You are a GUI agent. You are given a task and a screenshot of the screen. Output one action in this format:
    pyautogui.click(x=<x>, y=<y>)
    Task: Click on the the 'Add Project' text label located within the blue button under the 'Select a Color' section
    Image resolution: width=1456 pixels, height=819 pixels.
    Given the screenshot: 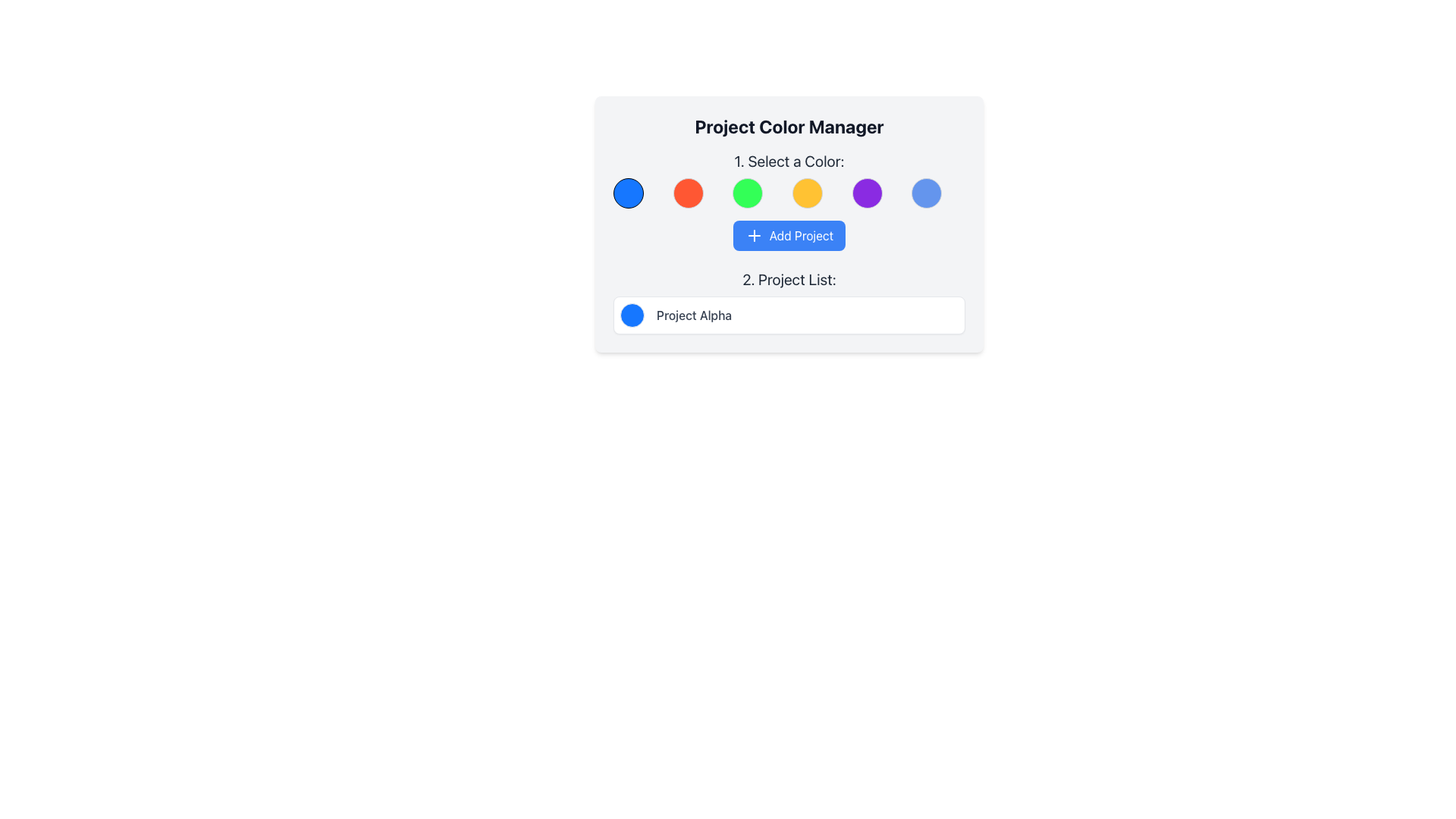 What is the action you would take?
    pyautogui.click(x=800, y=236)
    